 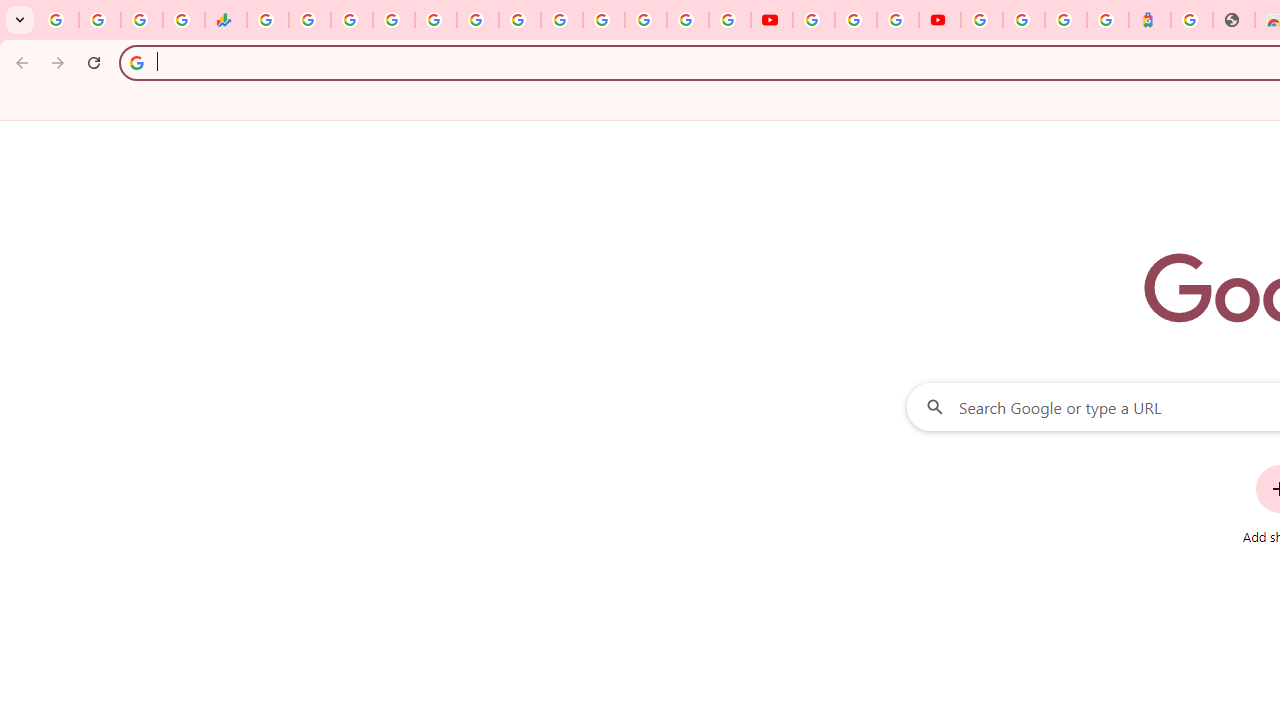 What do you see at coordinates (813, 20) in the screenshot?
I see `'YouTube'` at bounding box center [813, 20].